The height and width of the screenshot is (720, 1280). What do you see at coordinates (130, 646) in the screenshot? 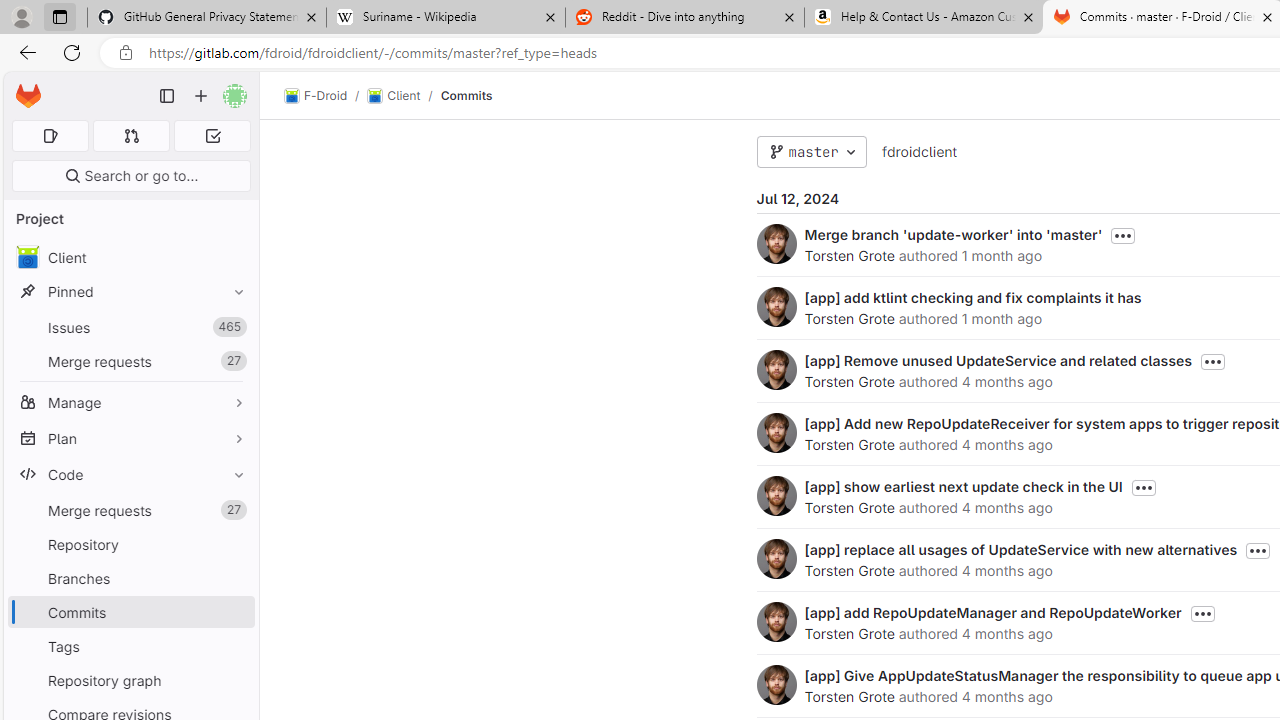
I see `'Tags'` at bounding box center [130, 646].